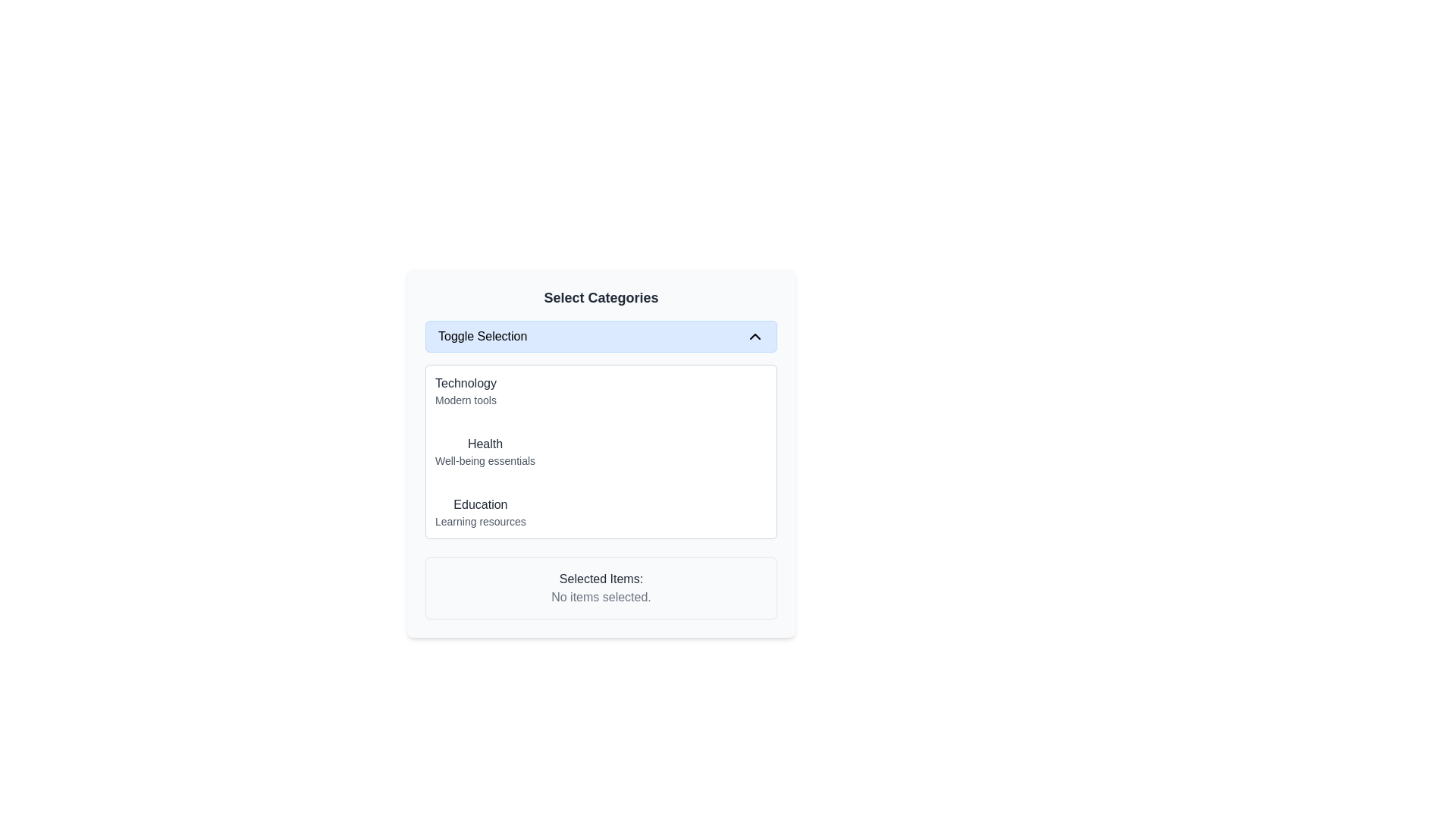  What do you see at coordinates (484, 444) in the screenshot?
I see `the 'Health' text label, which is the second slot in the vertical list of the 'Select Categories' panel, styled as a primary heading` at bounding box center [484, 444].